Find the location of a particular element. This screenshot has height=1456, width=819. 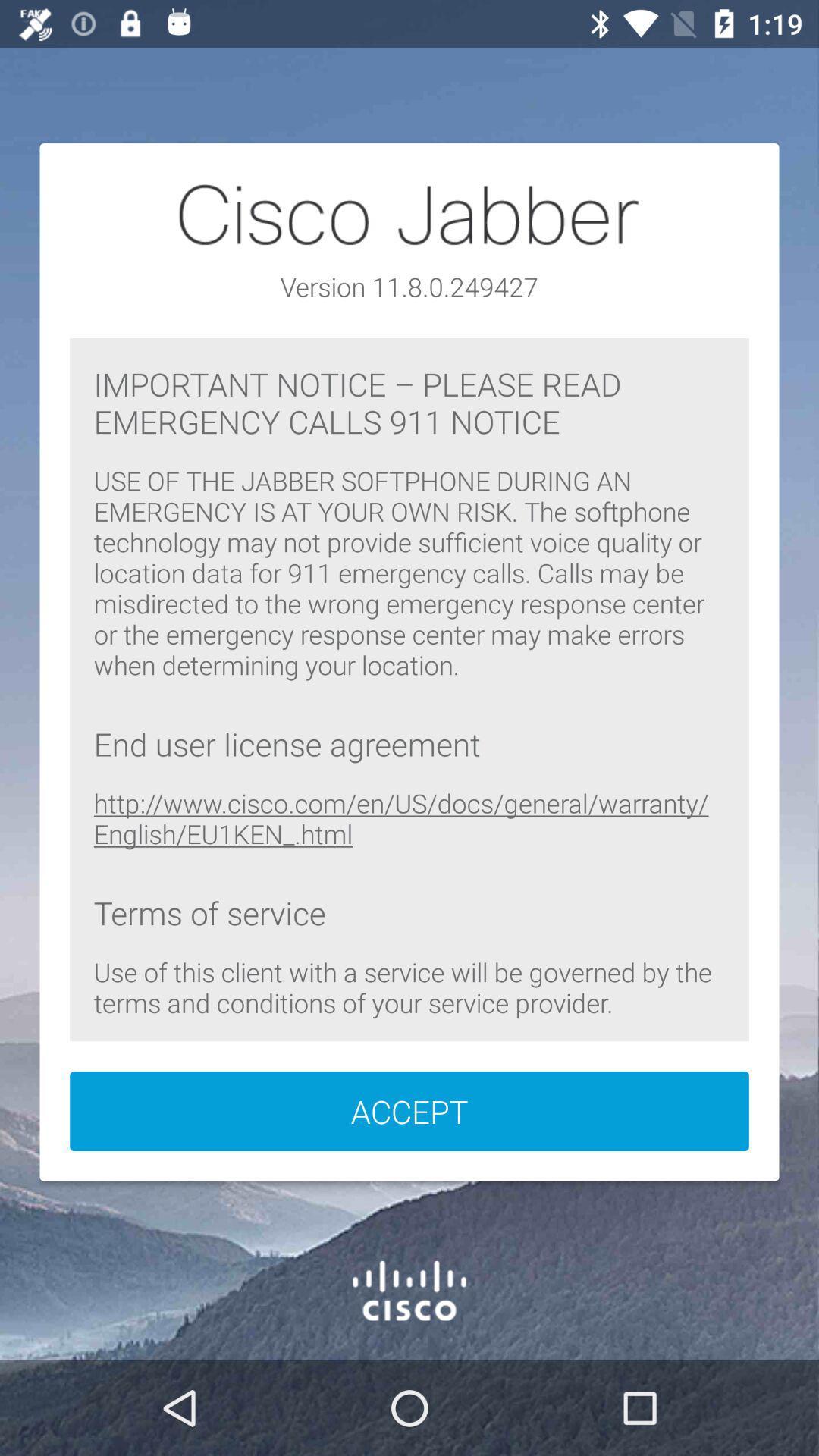

the text cisco jabber is located at coordinates (409, 214).